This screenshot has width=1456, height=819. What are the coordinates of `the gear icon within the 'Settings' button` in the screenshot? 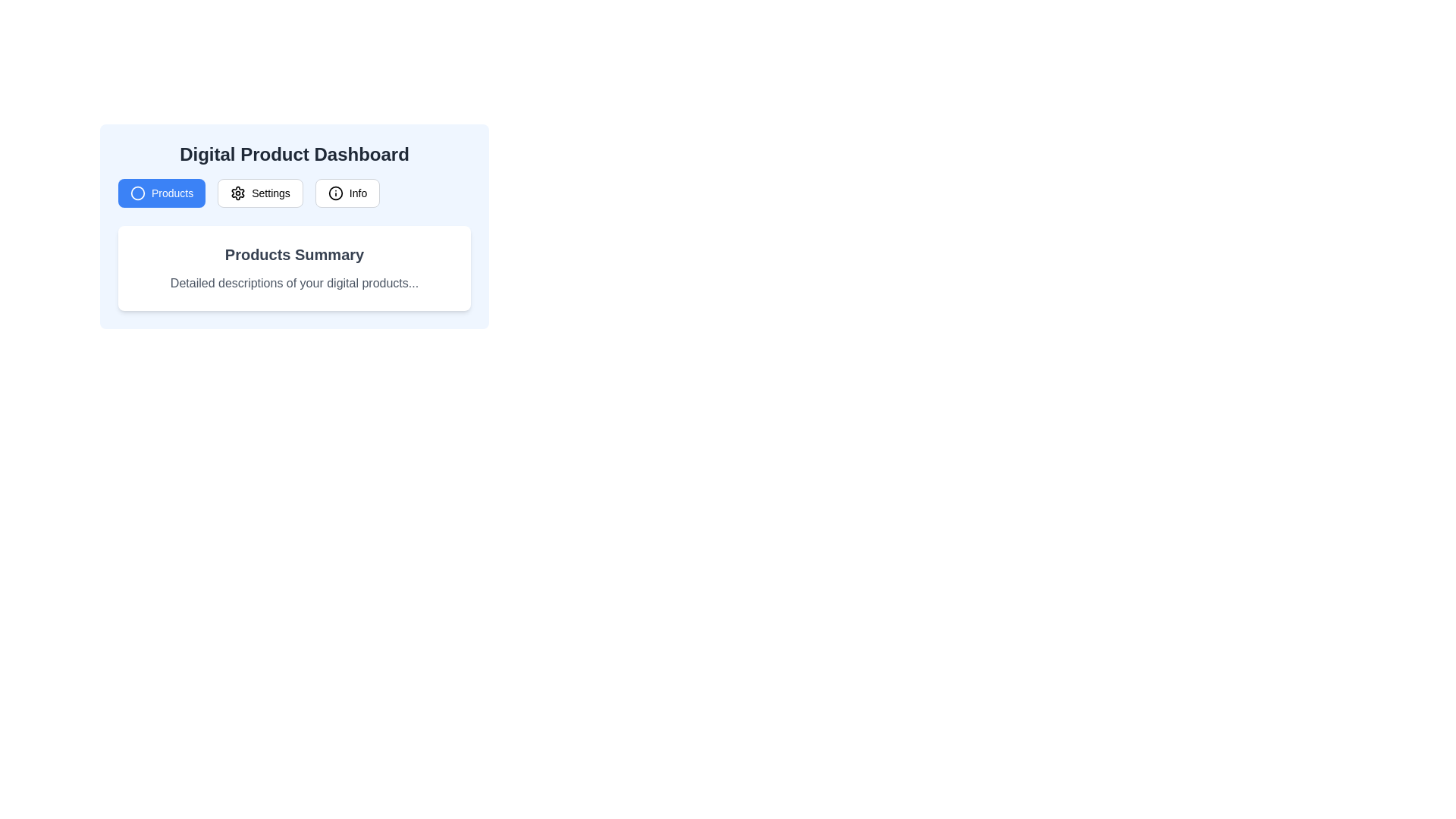 It's located at (237, 192).